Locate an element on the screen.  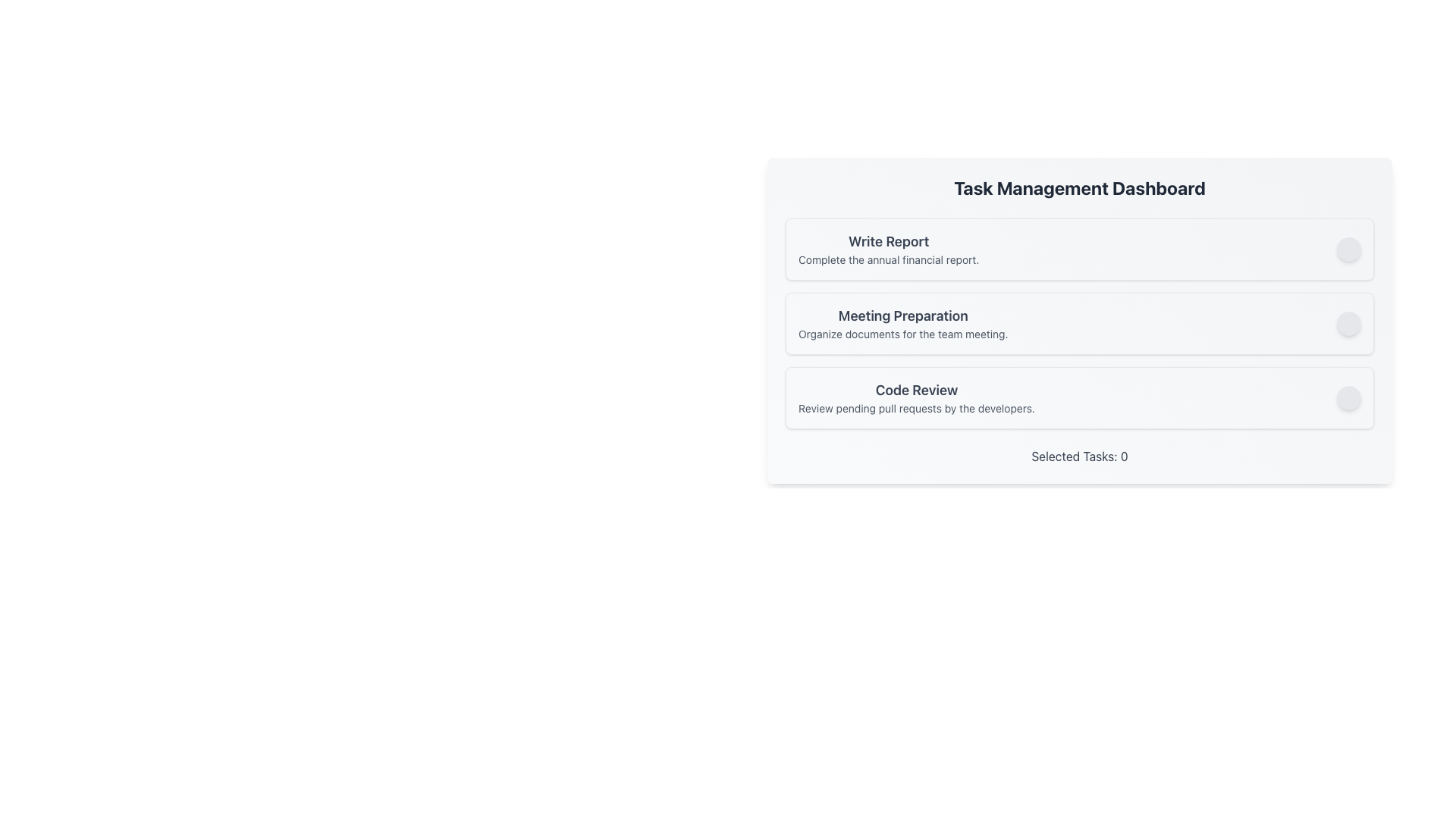
the button on the right of the 'Write Report' task card in the Task Management Dashboard for task-specific actions is located at coordinates (1079, 248).